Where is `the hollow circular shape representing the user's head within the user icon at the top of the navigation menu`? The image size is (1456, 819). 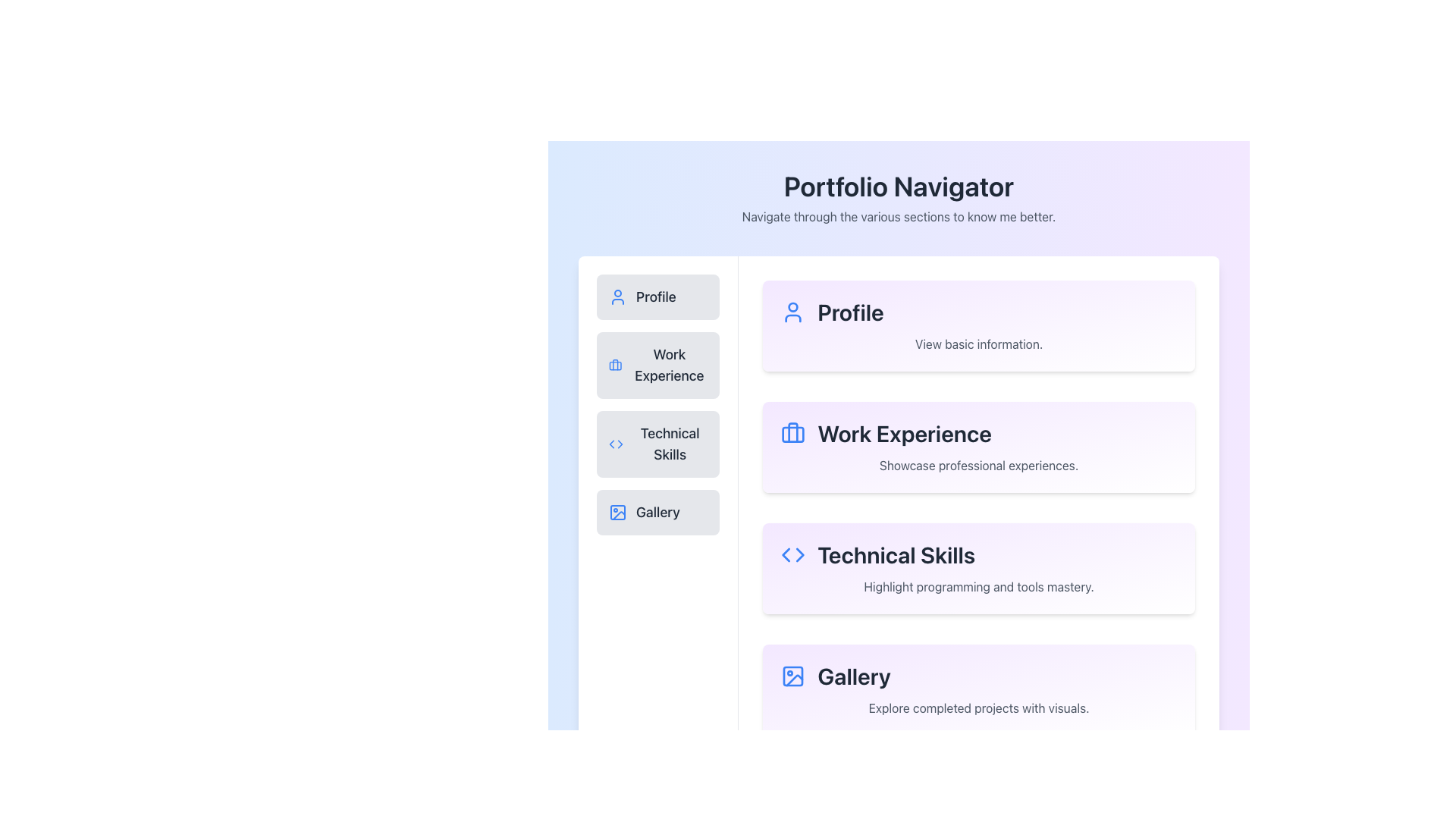
the hollow circular shape representing the user's head within the user icon at the top of the navigation menu is located at coordinates (792, 307).